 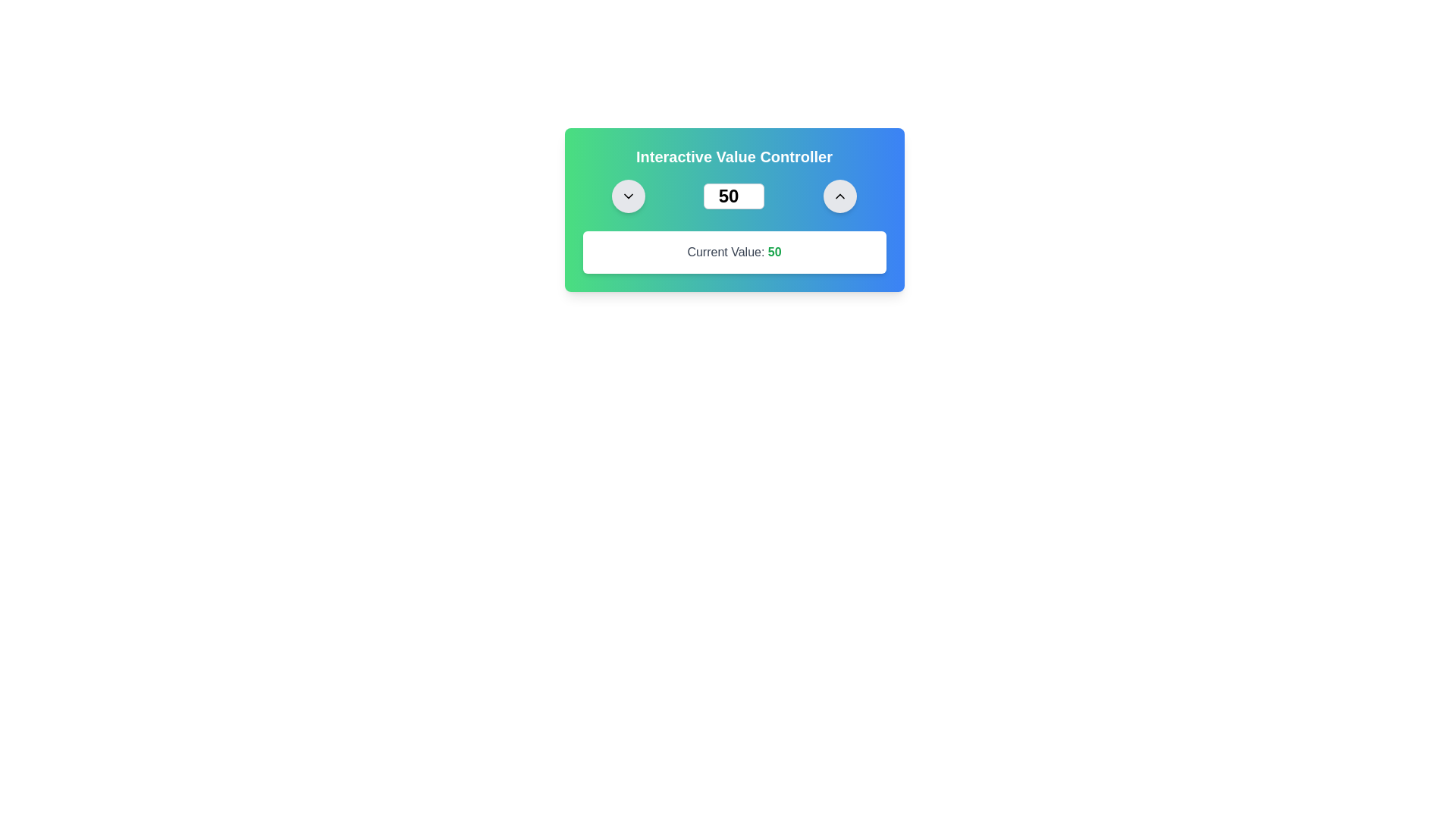 What do you see at coordinates (629, 195) in the screenshot?
I see `the downward-pointing chevron icon located within a circular button on the right side near the top of the panel` at bounding box center [629, 195].